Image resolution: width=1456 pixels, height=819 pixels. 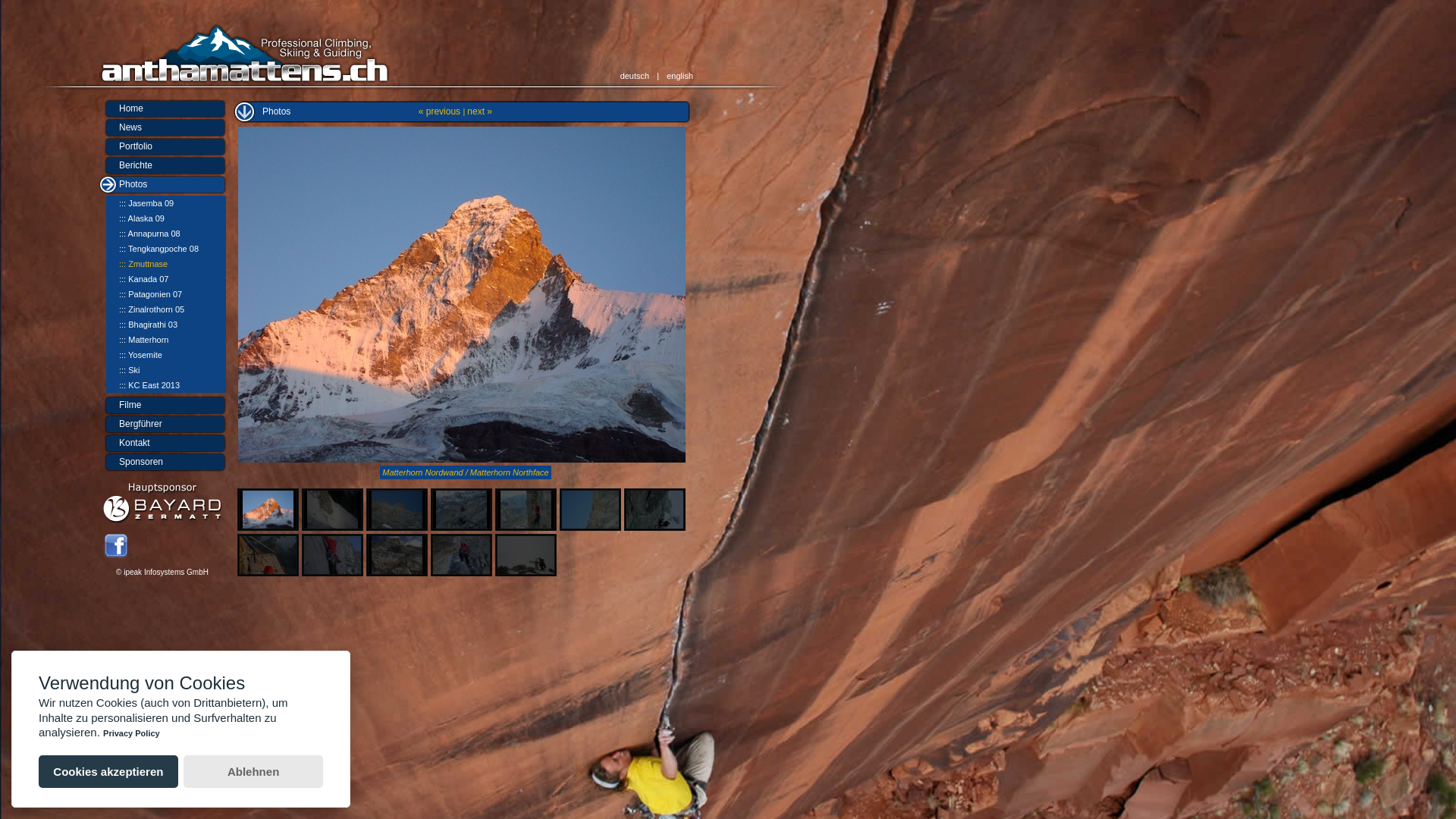 I want to click on 'Kontakt', so click(x=97, y=442).